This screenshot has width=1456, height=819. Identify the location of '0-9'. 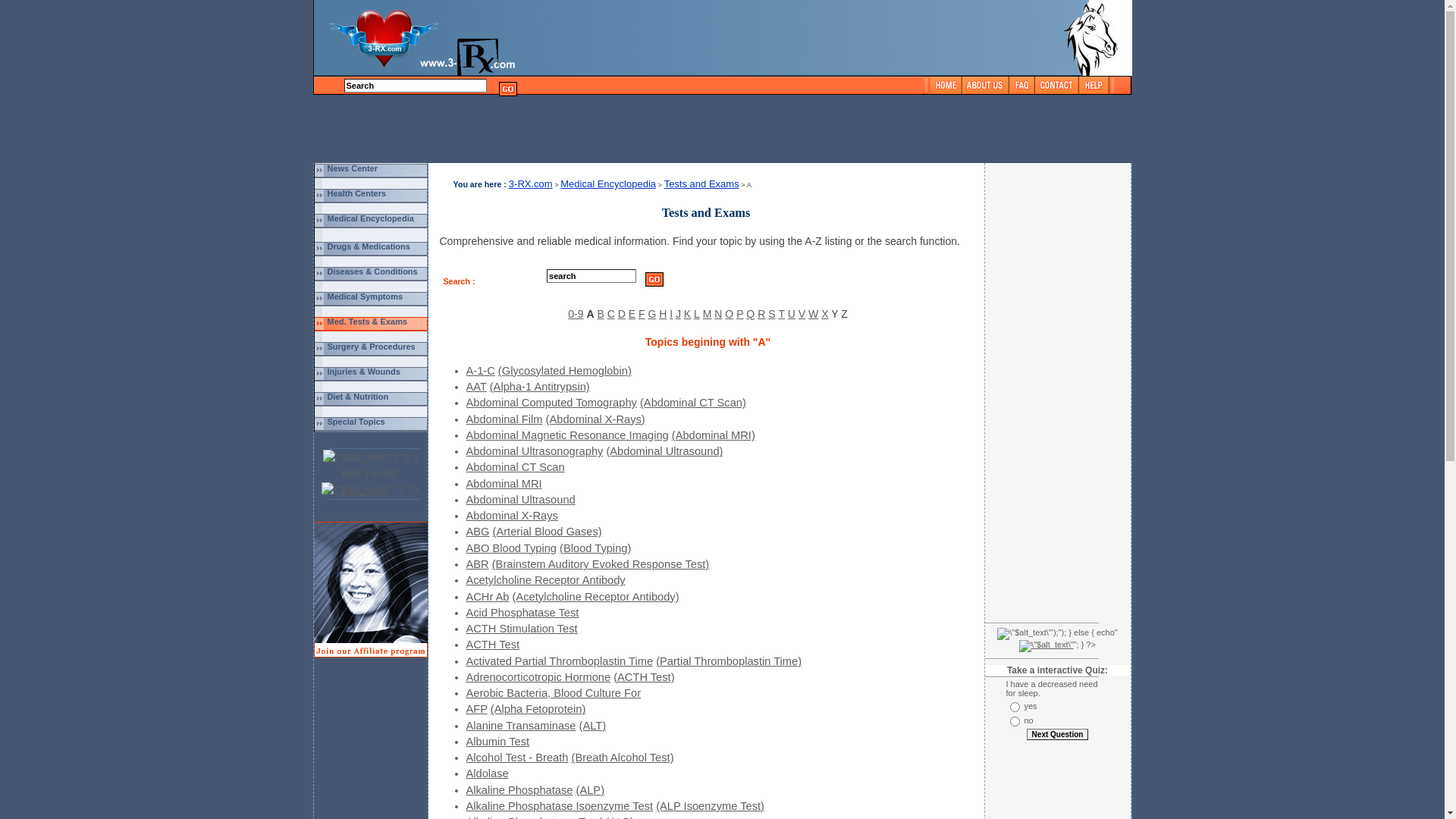
(574, 312).